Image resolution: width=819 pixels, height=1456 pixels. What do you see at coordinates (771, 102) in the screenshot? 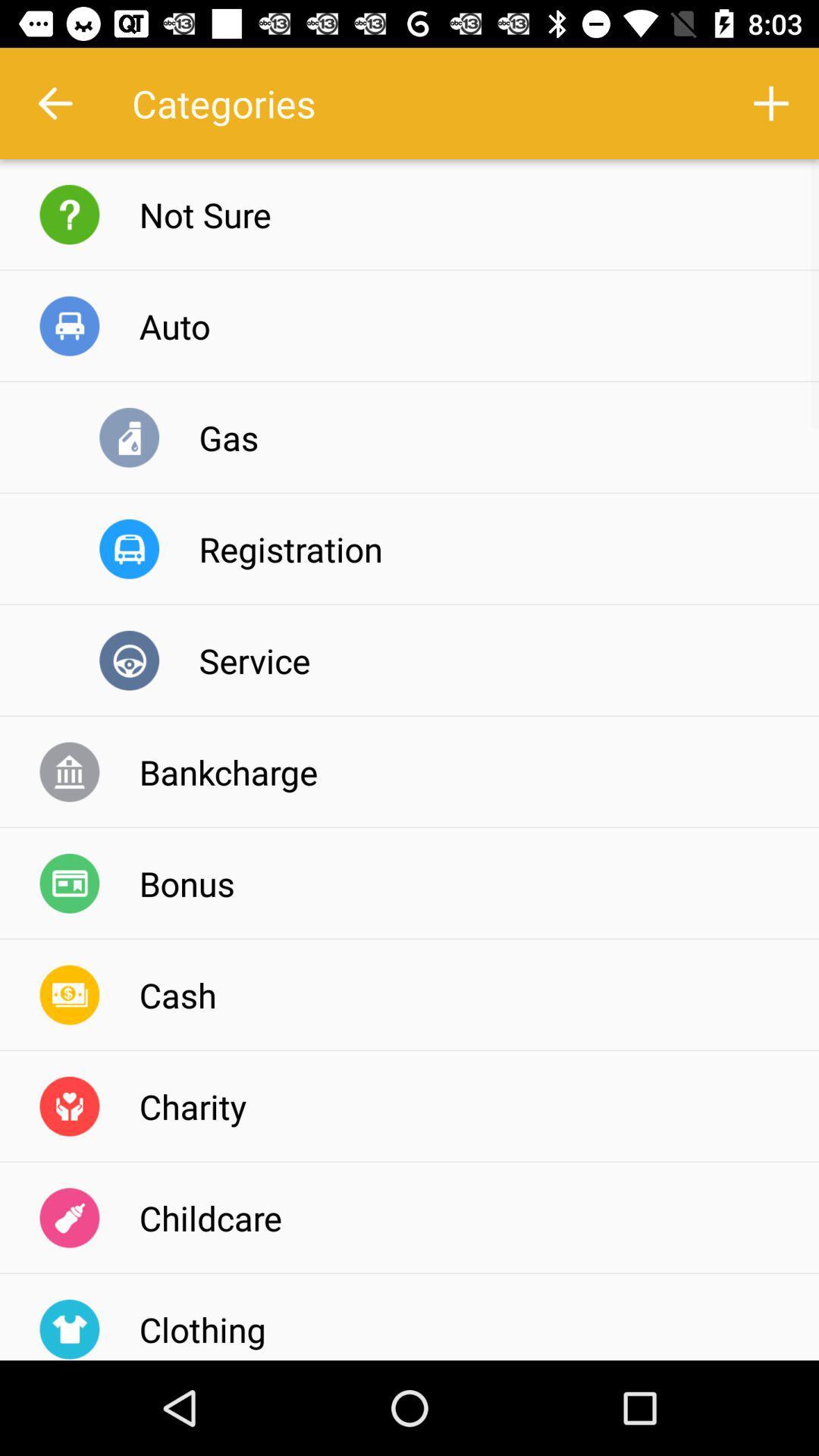
I see `item to the right of categories app` at bounding box center [771, 102].